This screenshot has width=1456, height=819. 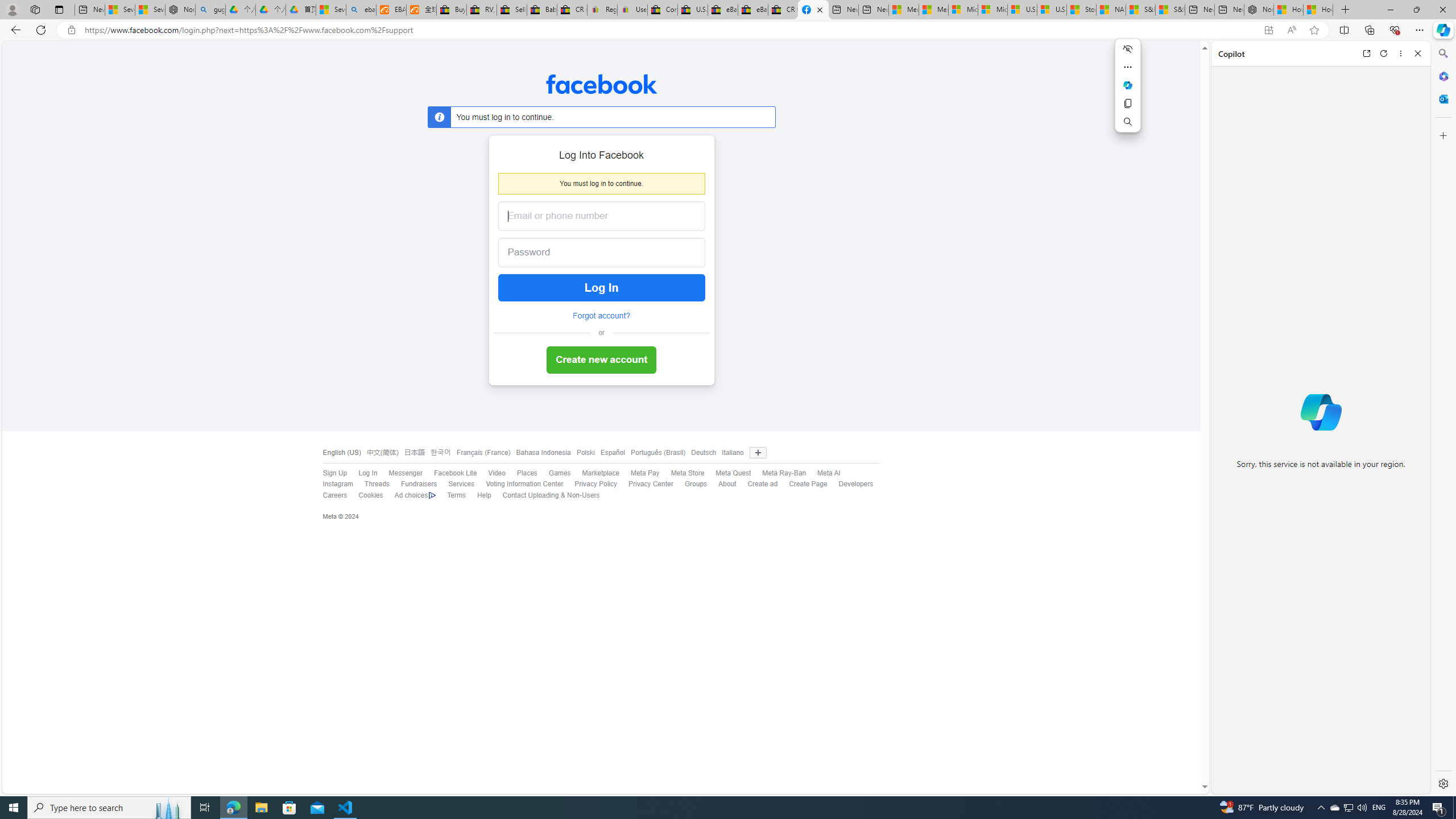 What do you see at coordinates (371, 484) in the screenshot?
I see `'Threads'` at bounding box center [371, 484].